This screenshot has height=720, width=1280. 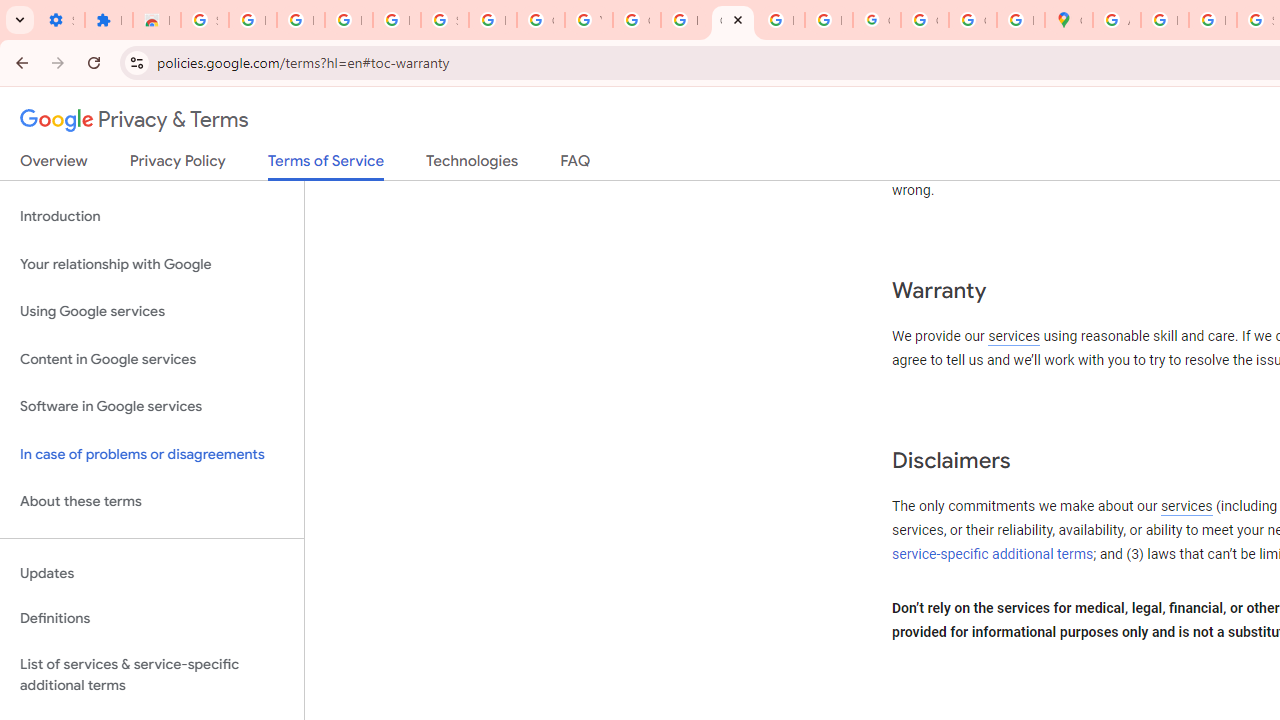 What do you see at coordinates (151, 263) in the screenshot?
I see `'Your relationship with Google'` at bounding box center [151, 263].